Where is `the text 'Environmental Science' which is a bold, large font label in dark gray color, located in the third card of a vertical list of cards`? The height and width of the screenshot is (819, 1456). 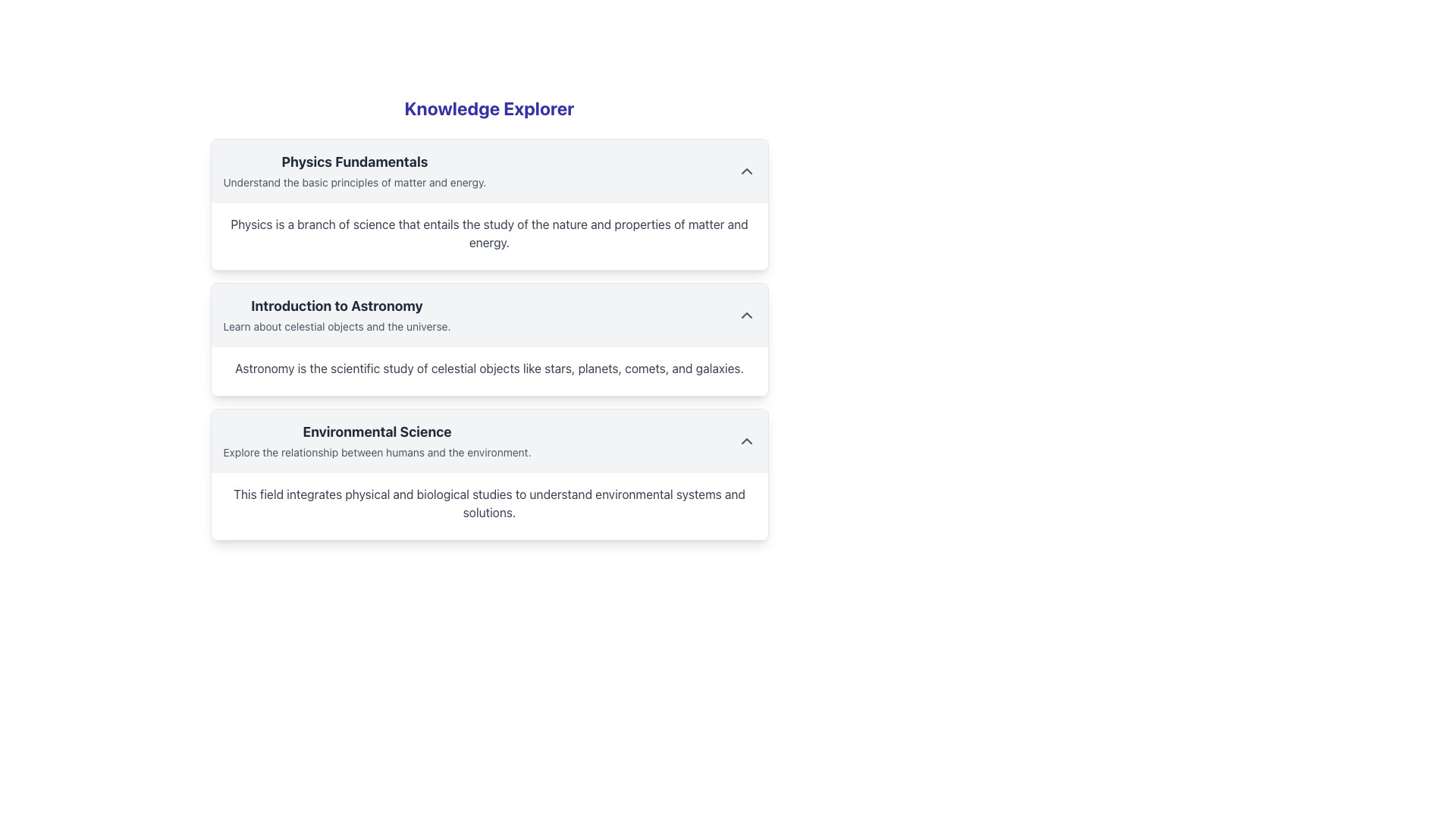
the text 'Environmental Science' which is a bold, large font label in dark gray color, located in the third card of a vertical list of cards is located at coordinates (377, 432).